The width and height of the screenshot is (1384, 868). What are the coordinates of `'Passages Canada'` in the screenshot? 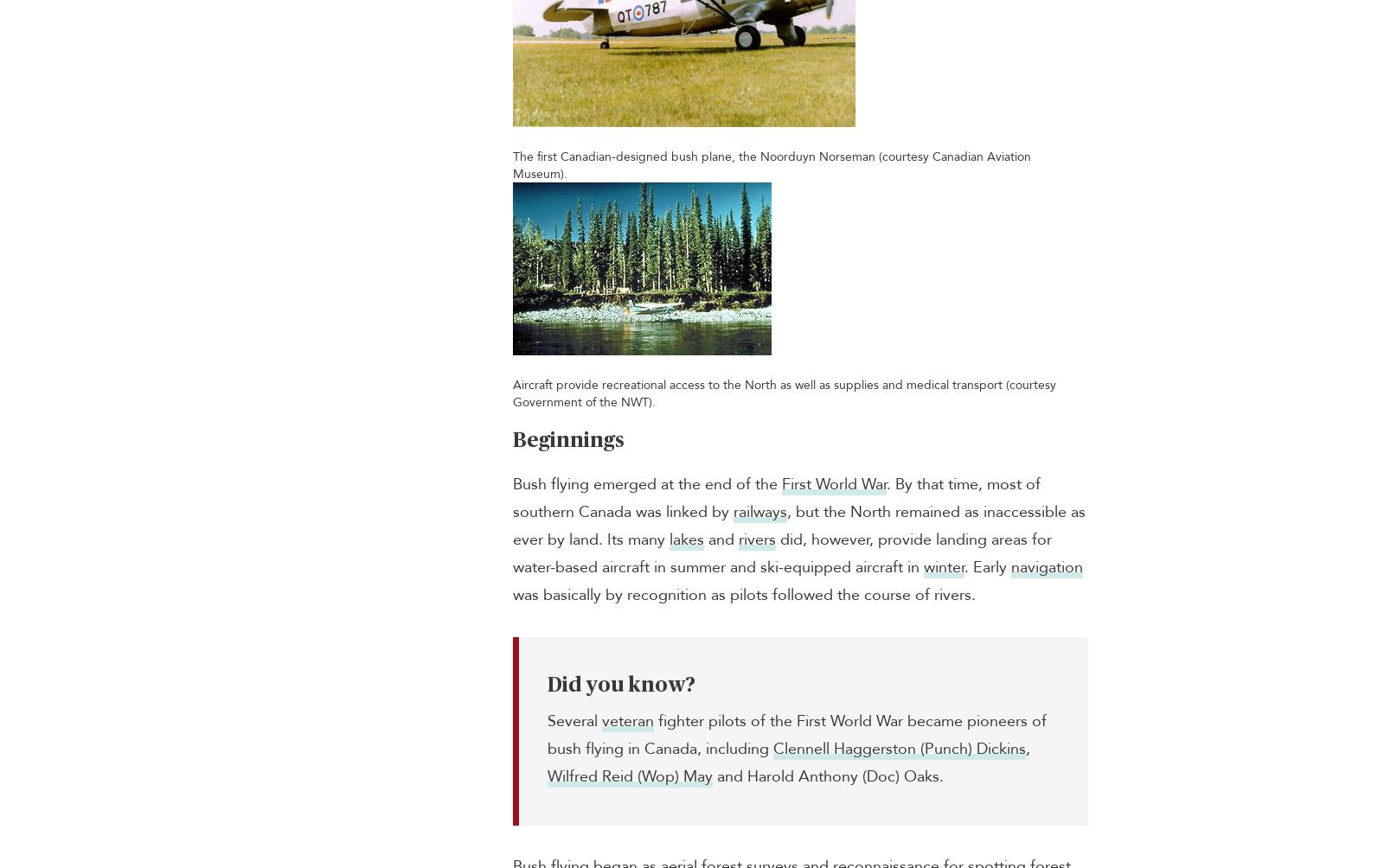 It's located at (1089, 794).